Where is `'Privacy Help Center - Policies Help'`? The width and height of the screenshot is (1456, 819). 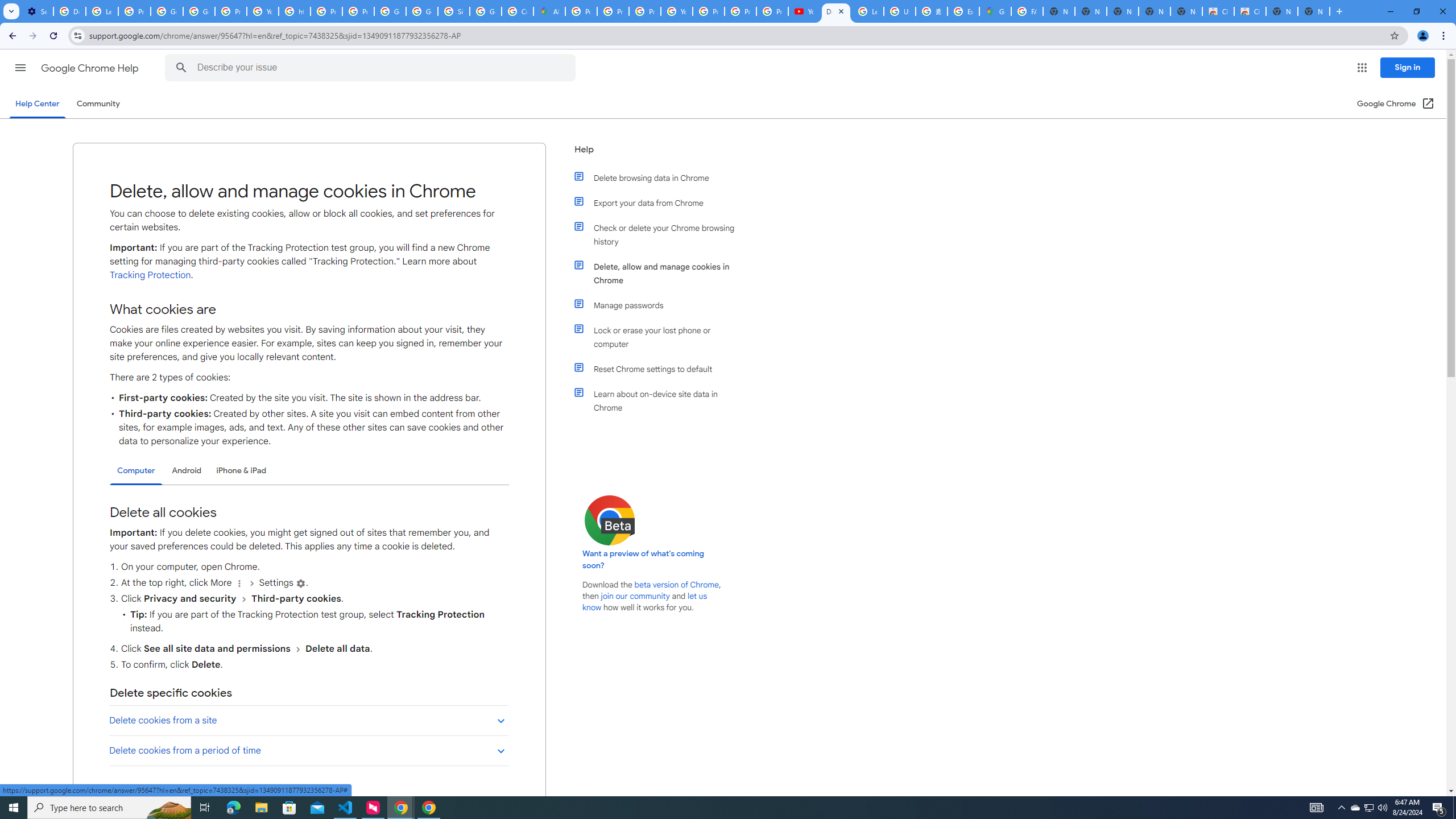
'Privacy Help Center - Policies Help' is located at coordinates (644, 11).